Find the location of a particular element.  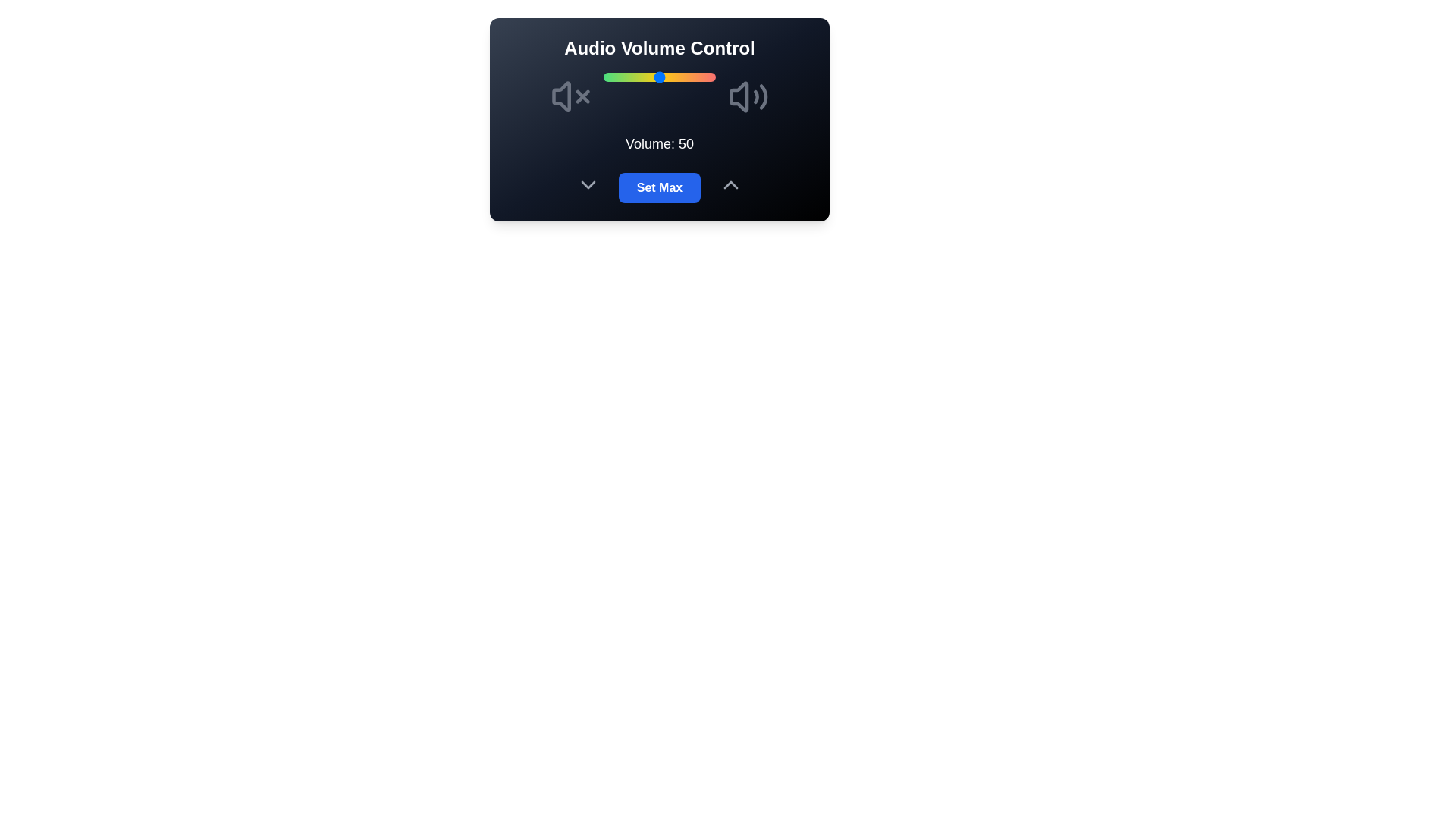

the volume slider to 20 percent is located at coordinates (626, 77).